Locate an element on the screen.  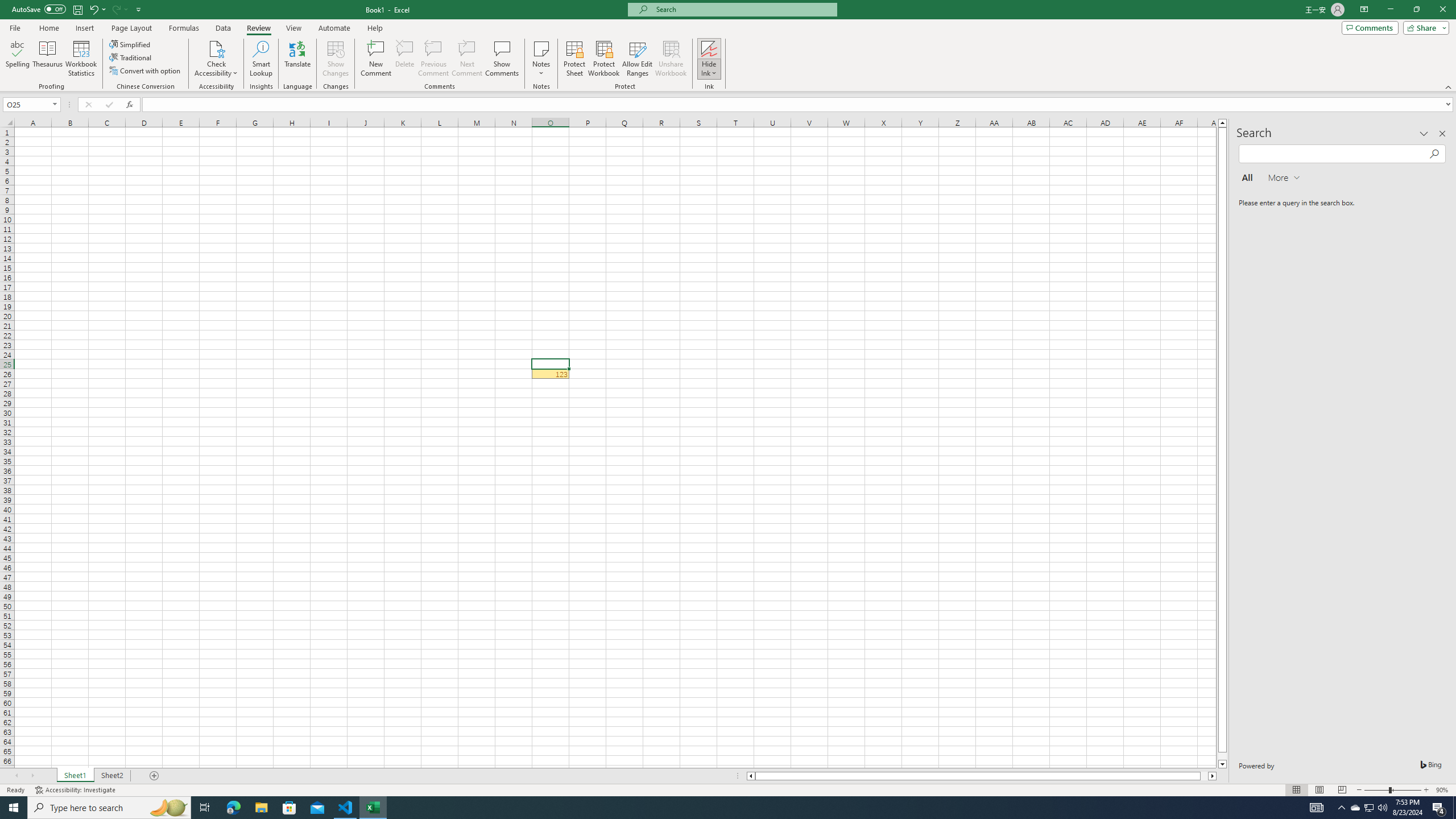
'Close' is located at coordinates (1442, 9).